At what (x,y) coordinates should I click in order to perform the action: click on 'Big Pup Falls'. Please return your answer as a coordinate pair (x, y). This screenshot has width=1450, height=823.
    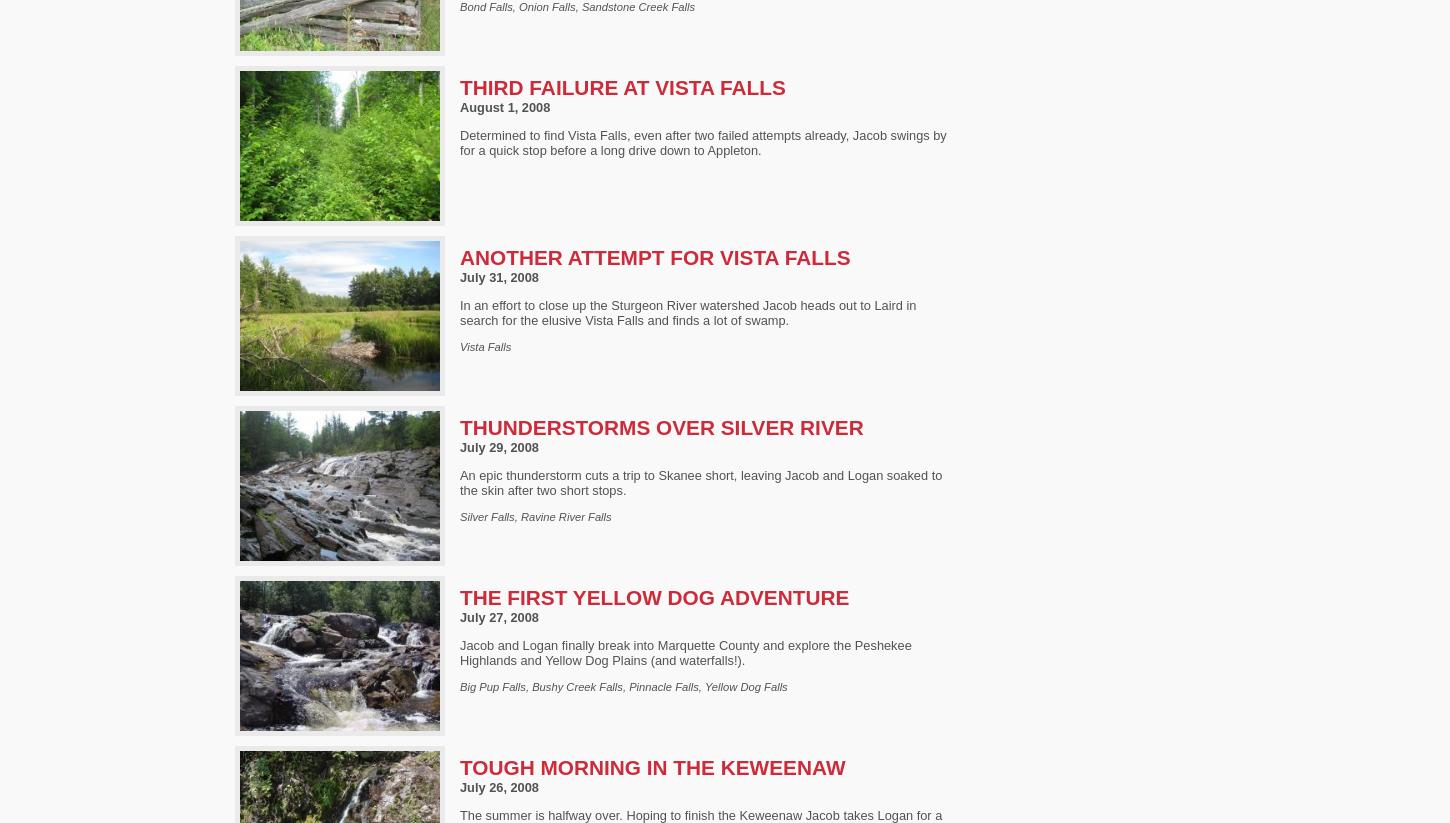
    Looking at the image, I should click on (492, 684).